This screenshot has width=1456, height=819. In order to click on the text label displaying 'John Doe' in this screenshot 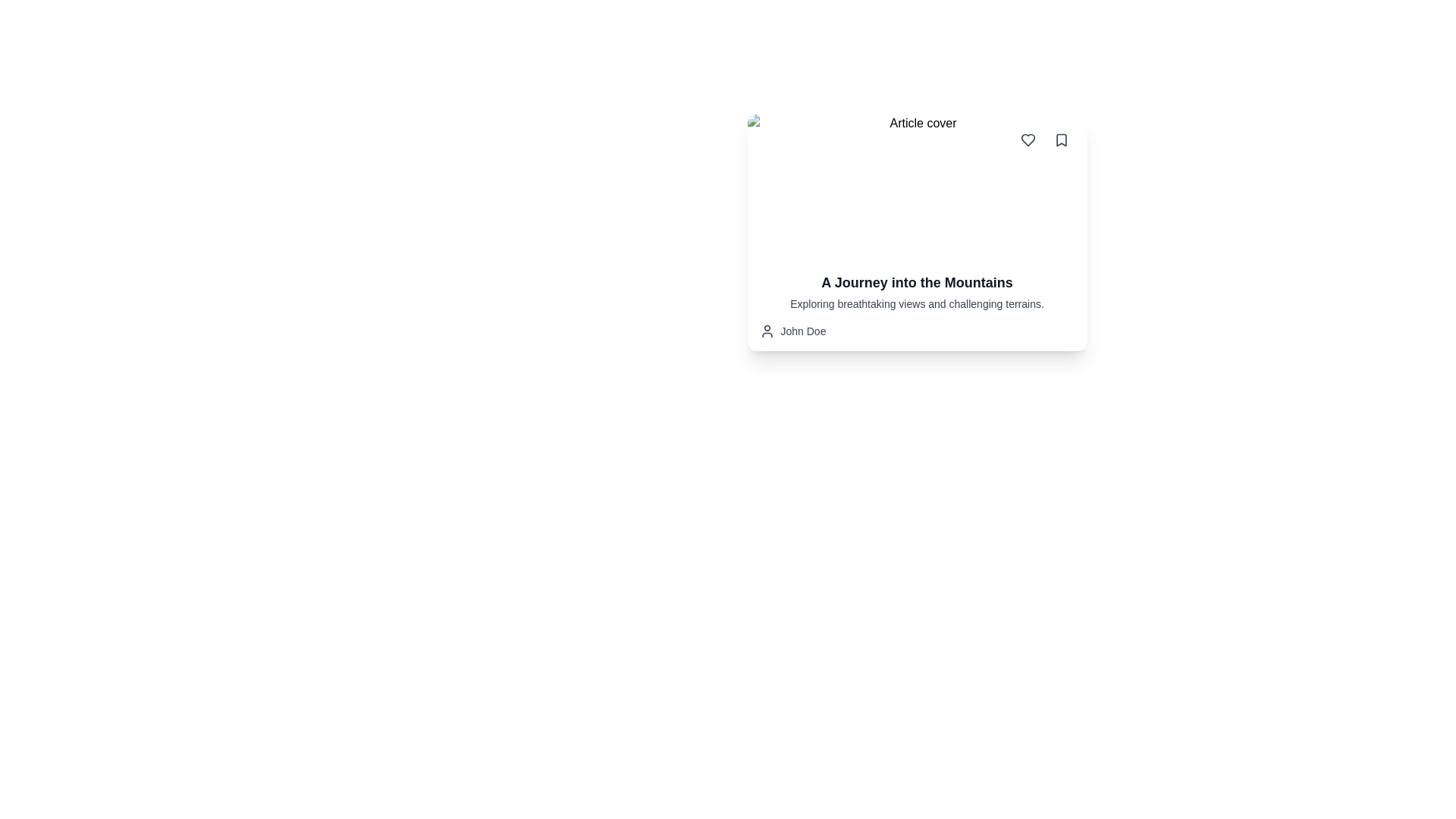, I will do `click(802, 330)`.